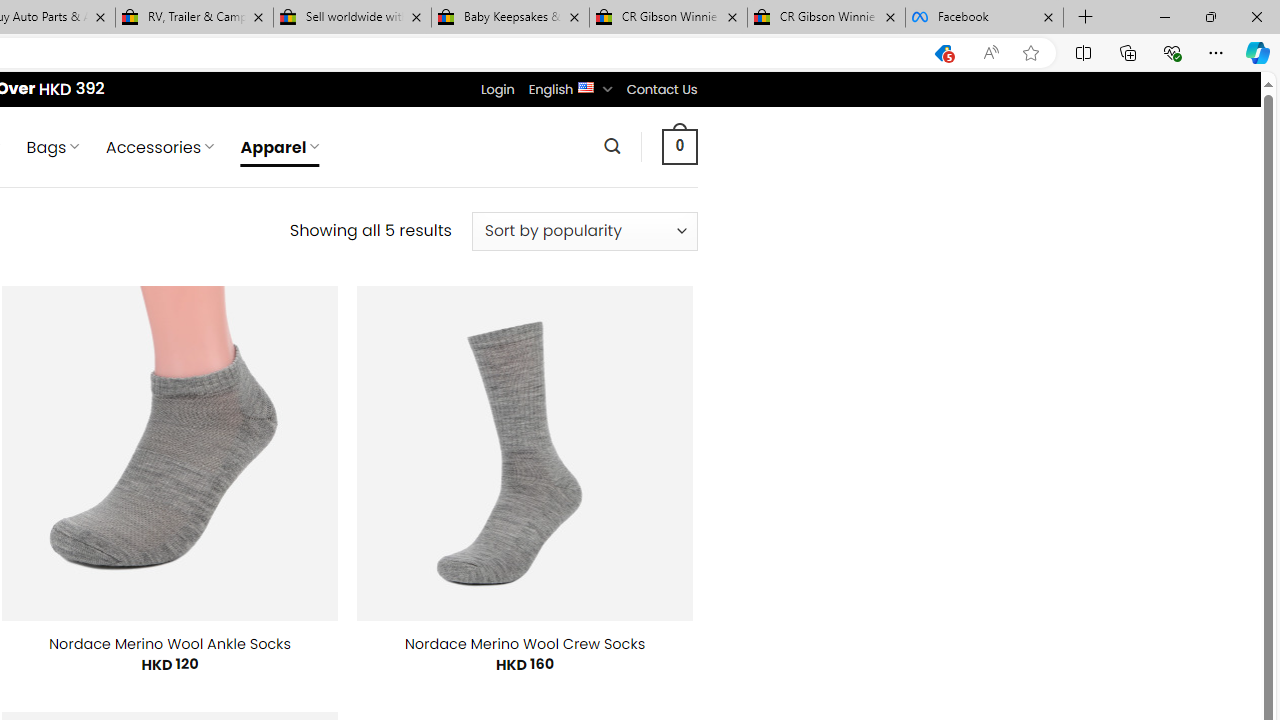 Image resolution: width=1280 pixels, height=720 pixels. I want to click on 'This site has coupons! Shopping in Microsoft Edge, 5', so click(942, 52).